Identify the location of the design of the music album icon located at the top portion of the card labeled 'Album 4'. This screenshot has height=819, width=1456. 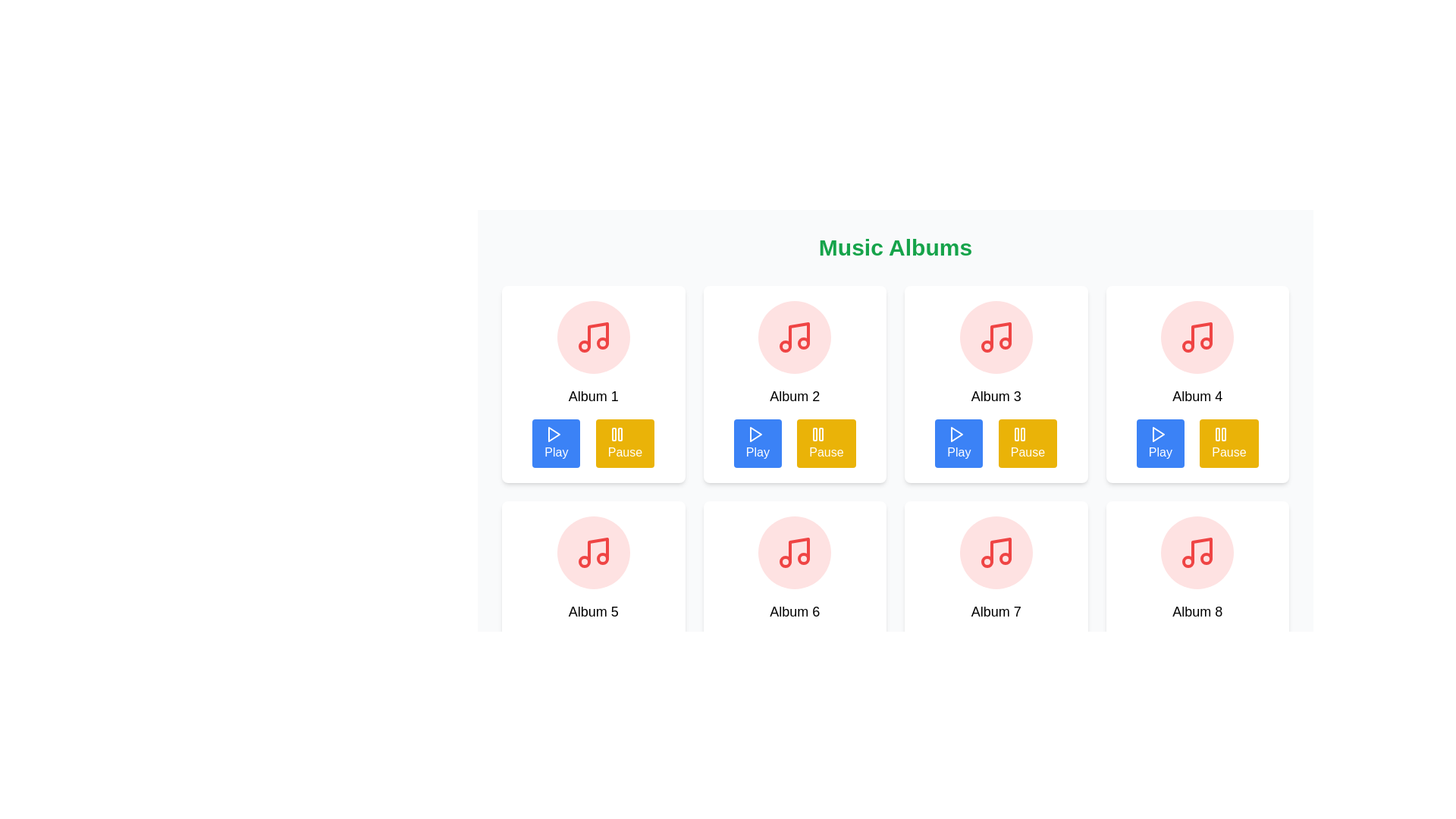
(1197, 336).